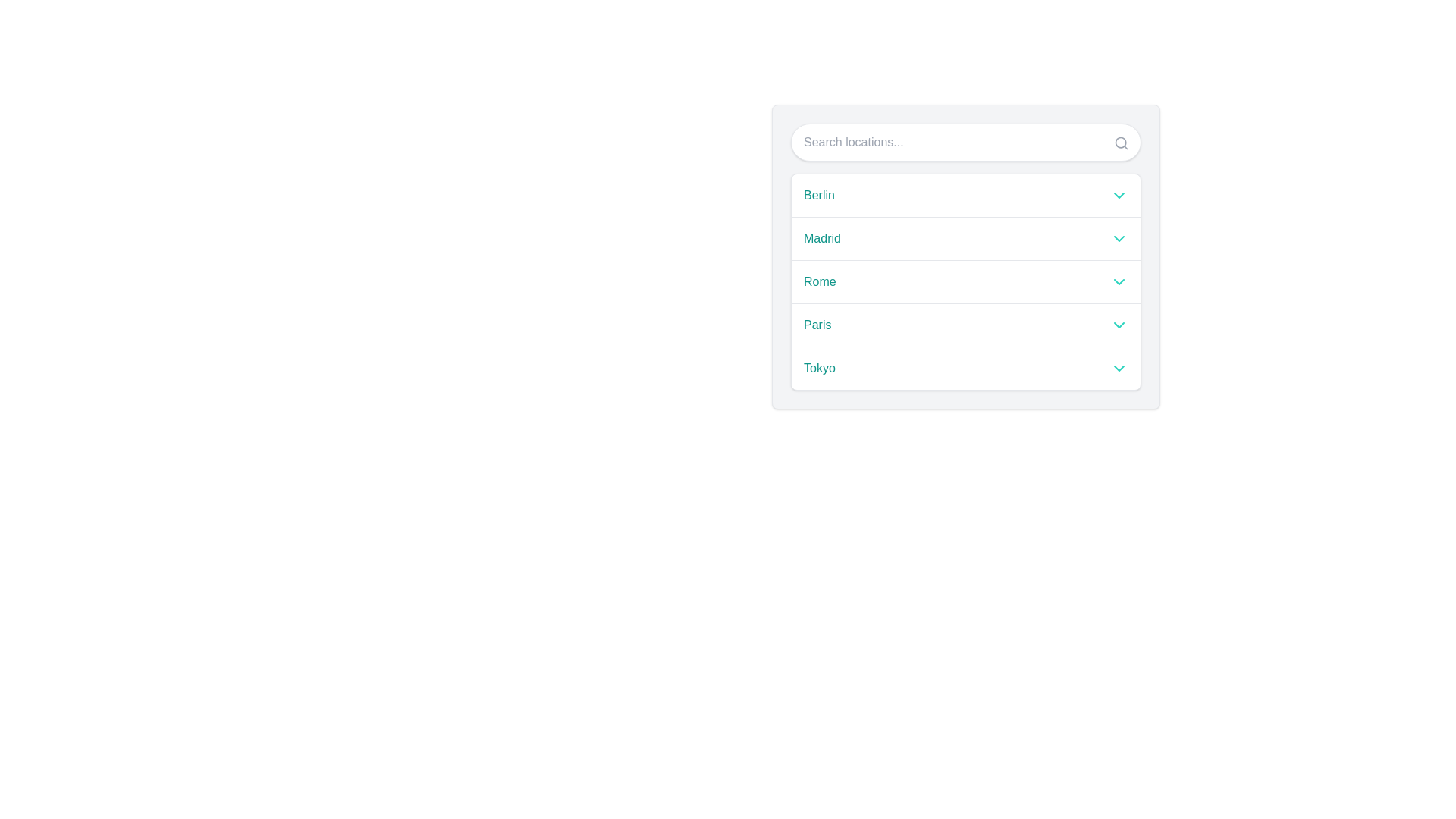 The image size is (1456, 819). I want to click on the selectable option 'Paris' in the dropdown list, so click(965, 324).